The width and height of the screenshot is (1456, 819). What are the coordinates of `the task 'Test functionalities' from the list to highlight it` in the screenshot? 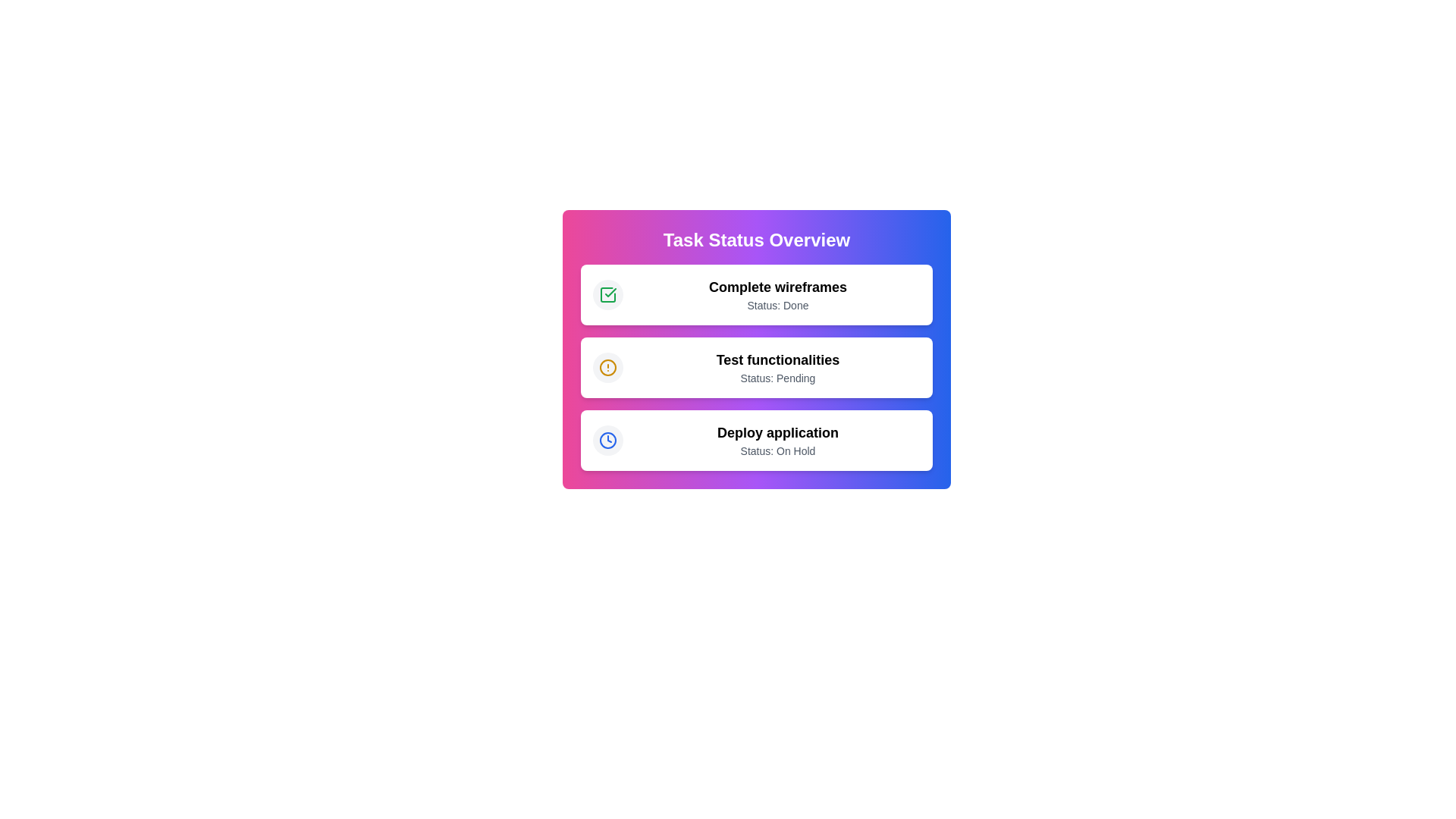 It's located at (757, 368).